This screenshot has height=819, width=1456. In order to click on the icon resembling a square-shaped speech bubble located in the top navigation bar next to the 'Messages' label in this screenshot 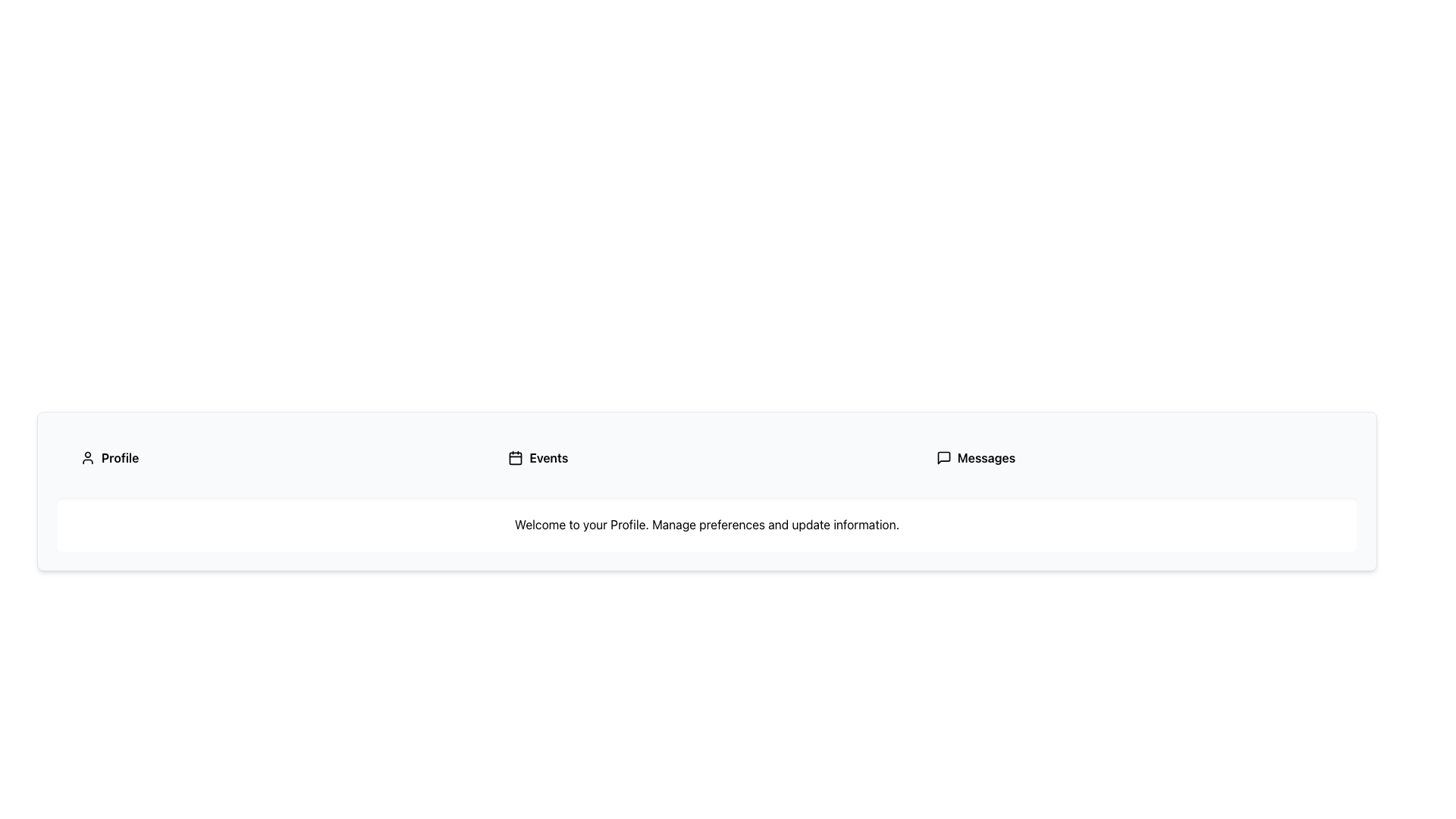, I will do `click(943, 457)`.